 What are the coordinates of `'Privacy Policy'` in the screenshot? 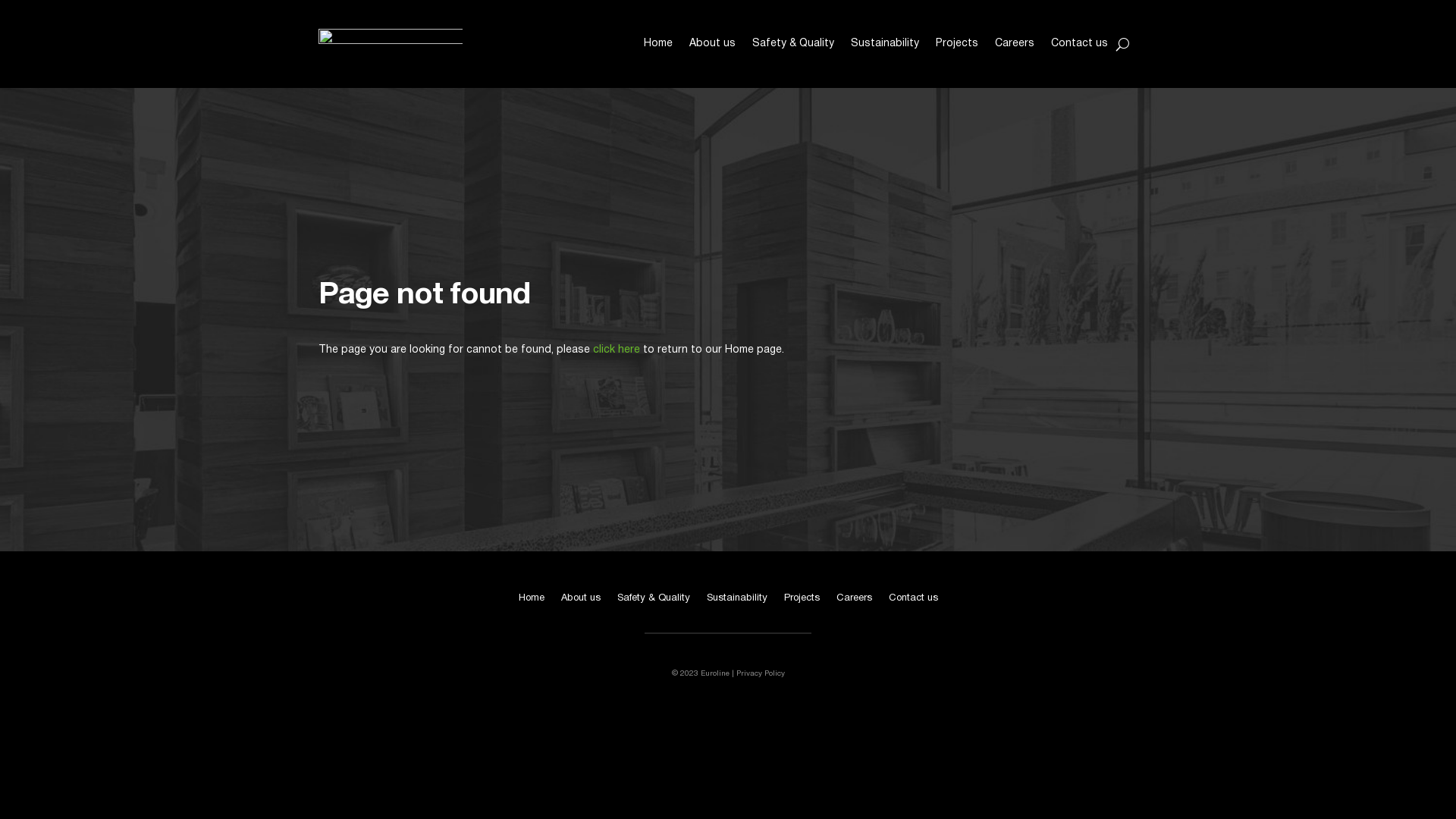 It's located at (760, 673).